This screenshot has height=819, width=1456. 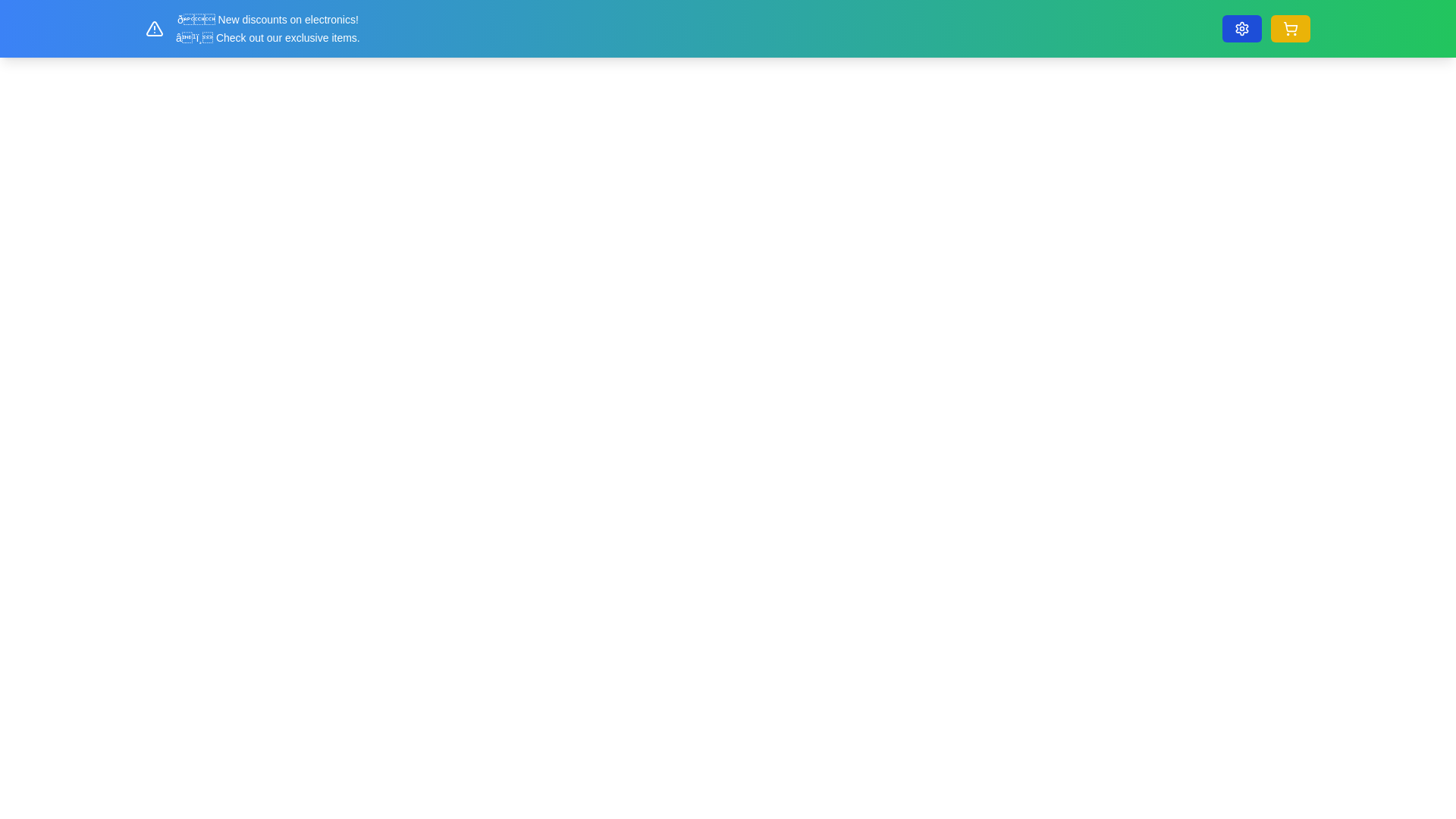 I want to click on textual content of the alert element displaying 'New discounts on electronics!' and 'Check out our exclusive items.', so click(x=253, y=29).